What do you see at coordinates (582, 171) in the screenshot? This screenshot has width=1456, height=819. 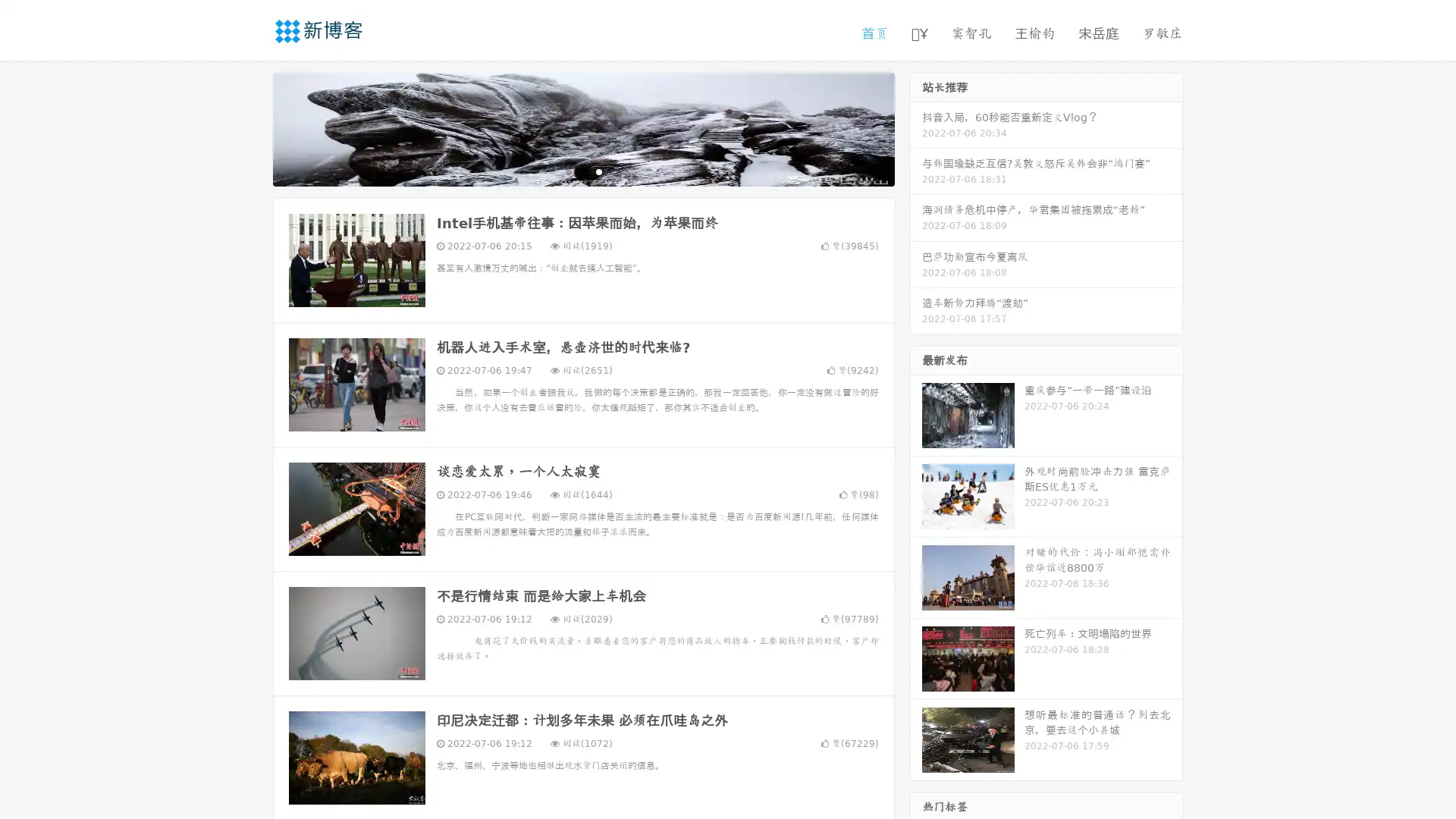 I see `Go to slide 2` at bounding box center [582, 171].